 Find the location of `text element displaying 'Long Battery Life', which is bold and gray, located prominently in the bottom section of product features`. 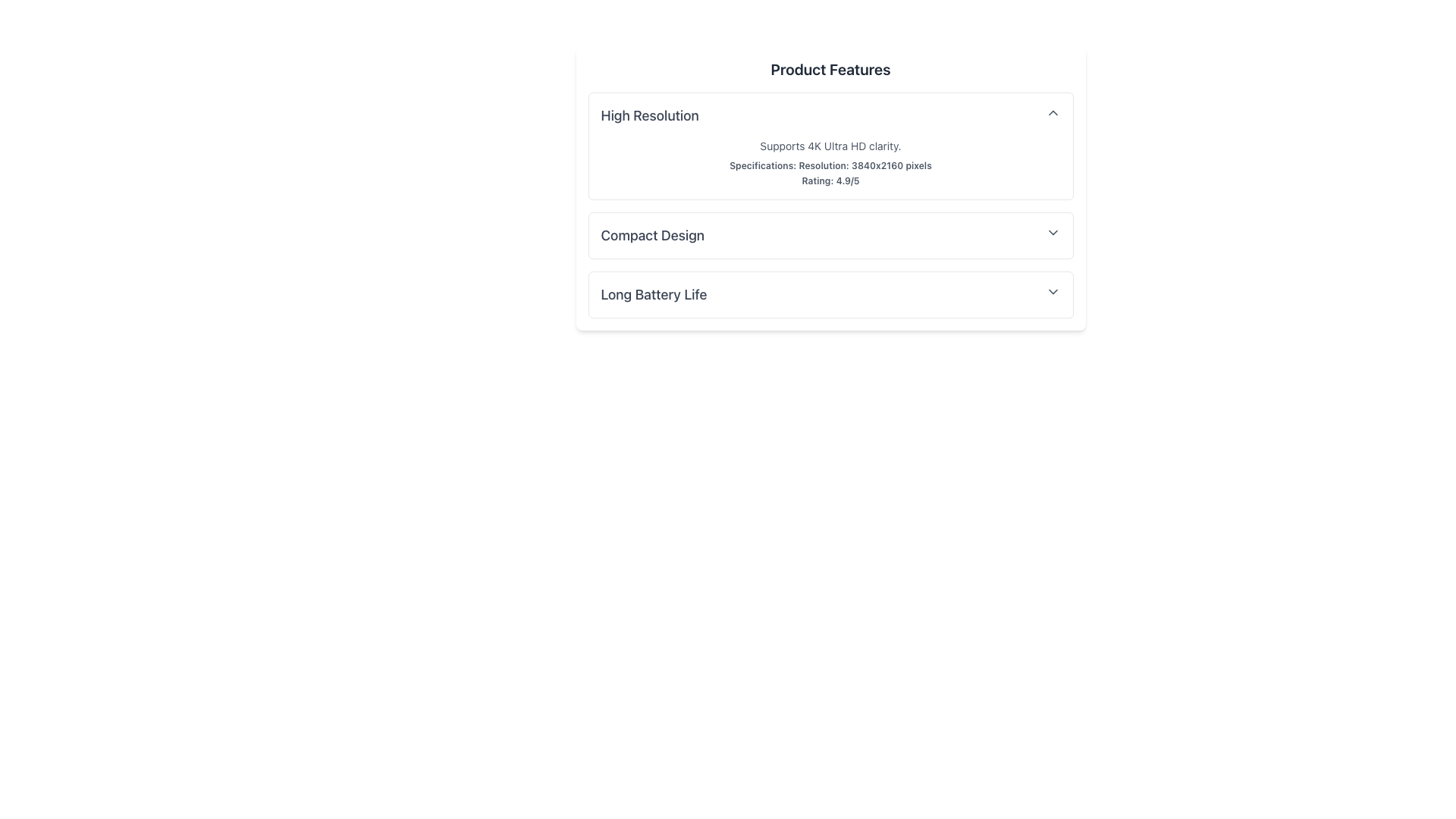

text element displaying 'Long Battery Life', which is bold and gray, located prominently in the bottom section of product features is located at coordinates (654, 295).